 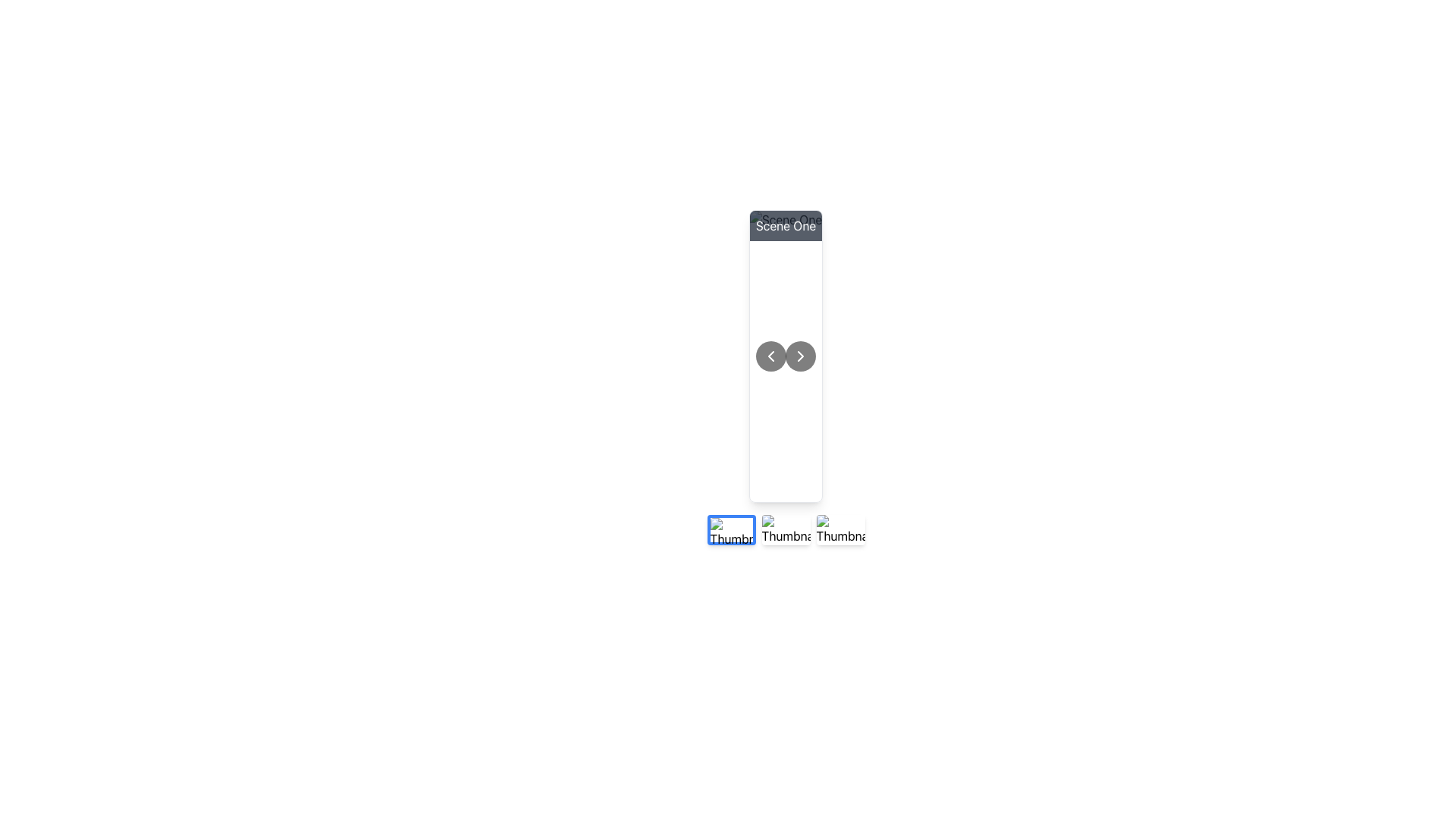 What do you see at coordinates (770, 356) in the screenshot?
I see `the left-facing arrow button, which is a vector icon styled with a rounded line and situated within a gray circular background` at bounding box center [770, 356].